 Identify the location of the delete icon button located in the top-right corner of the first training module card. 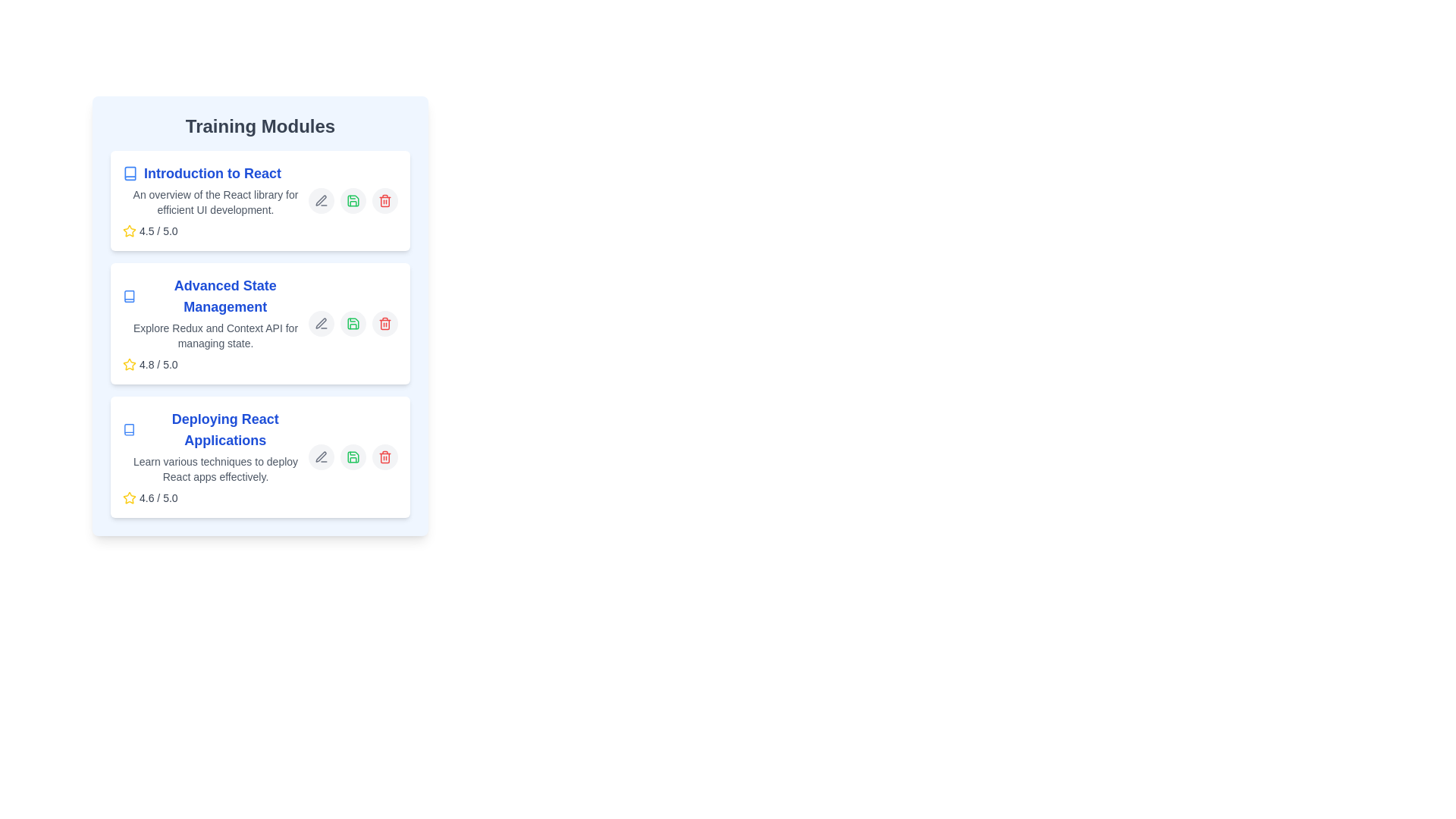
(385, 200).